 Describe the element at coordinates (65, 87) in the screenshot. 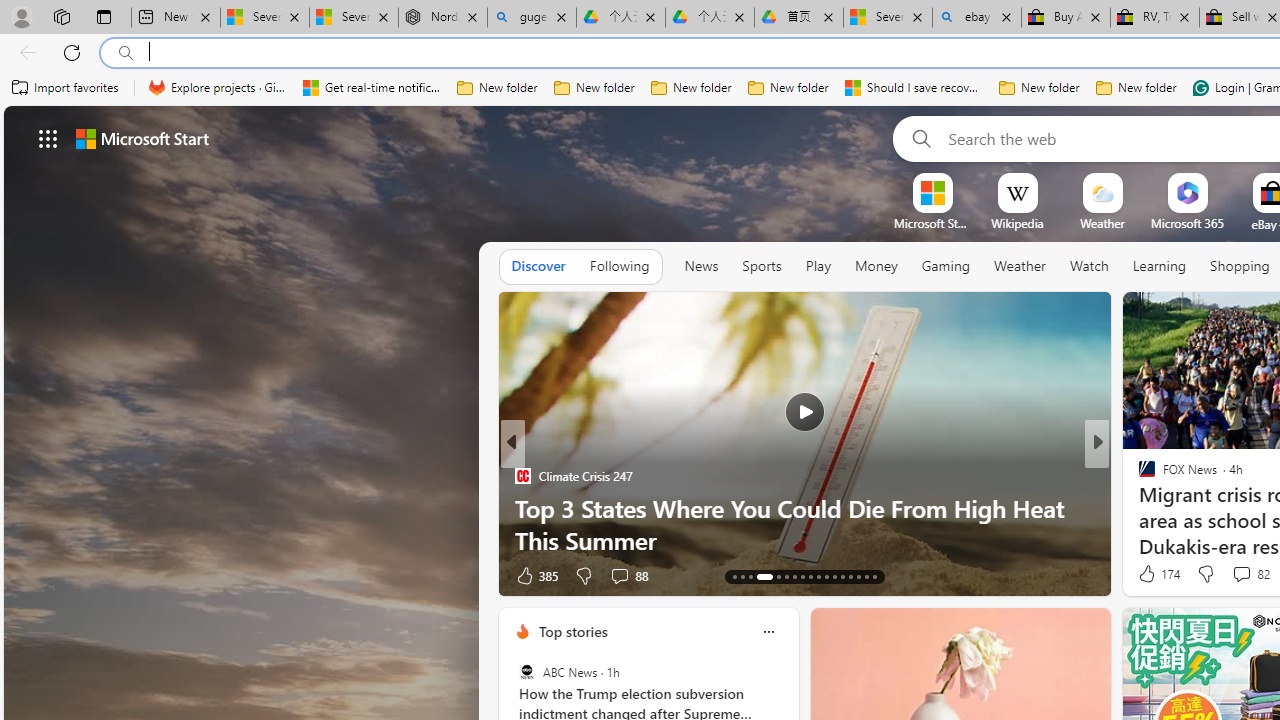

I see `'Import favorites'` at that location.